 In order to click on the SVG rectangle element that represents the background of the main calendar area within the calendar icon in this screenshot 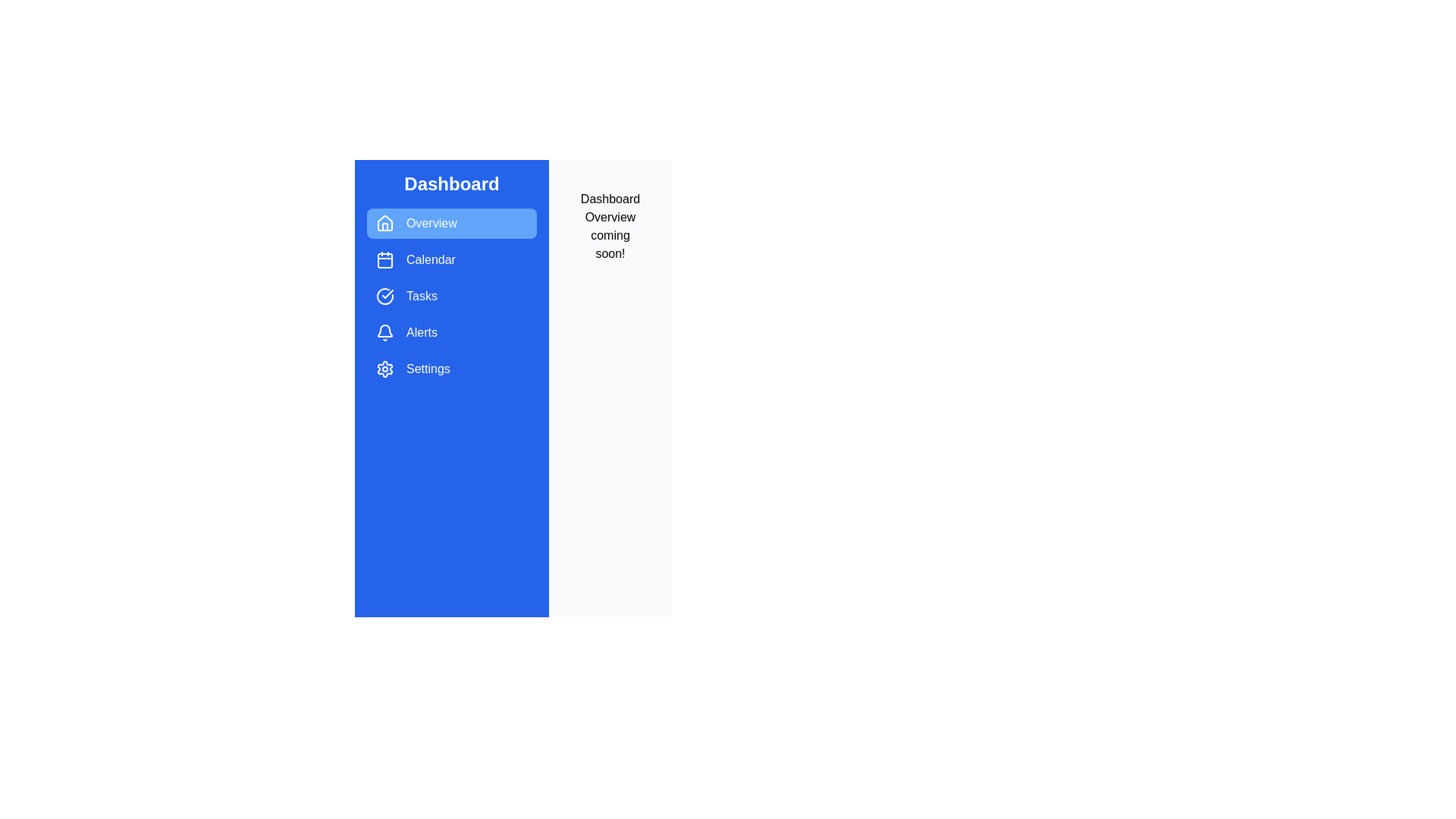, I will do `click(385, 259)`.